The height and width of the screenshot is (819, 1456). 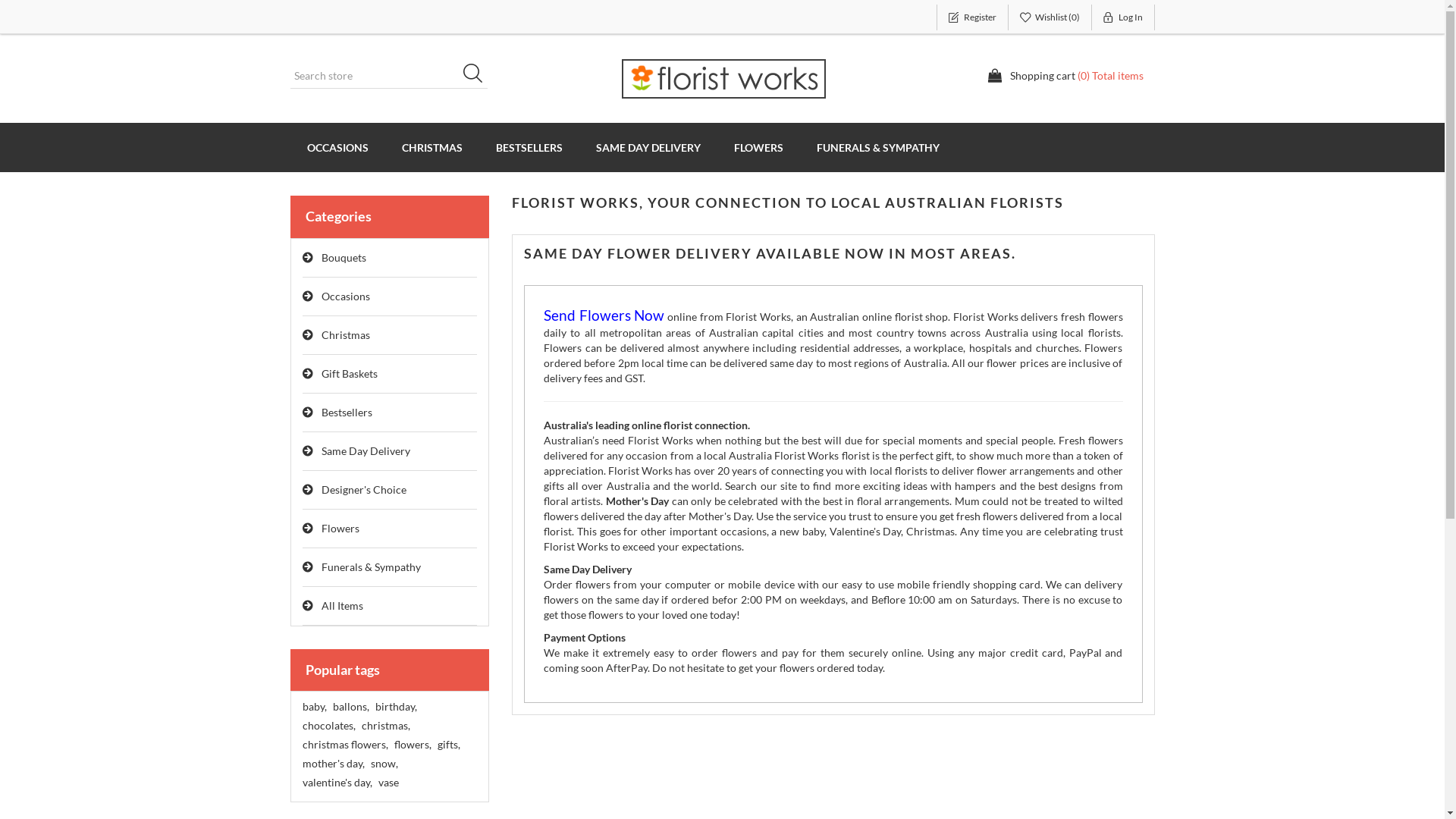 I want to click on 'Bouquets', so click(x=389, y=257).